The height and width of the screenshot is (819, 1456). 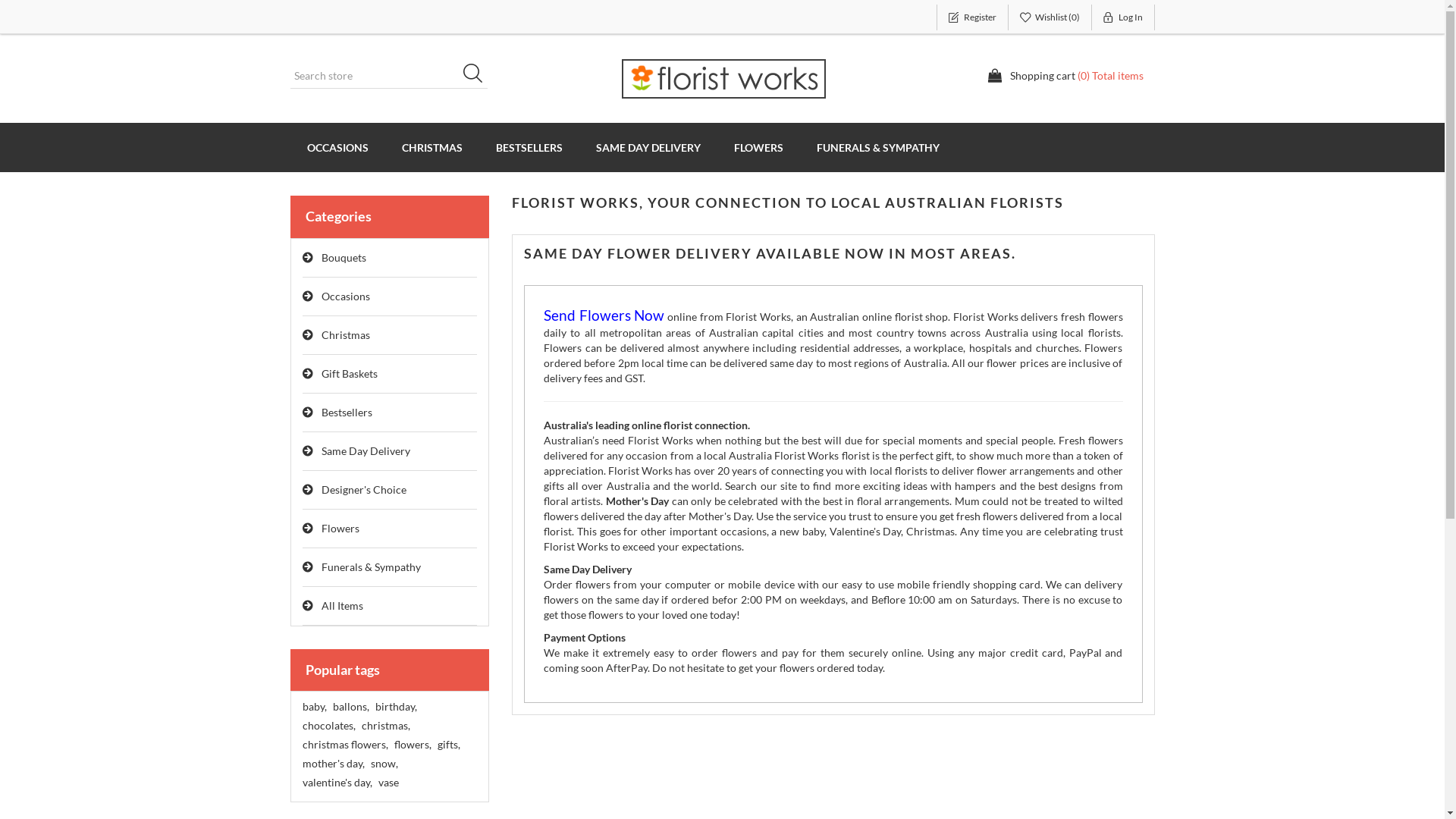 I want to click on 'Bouquets', so click(x=389, y=257).